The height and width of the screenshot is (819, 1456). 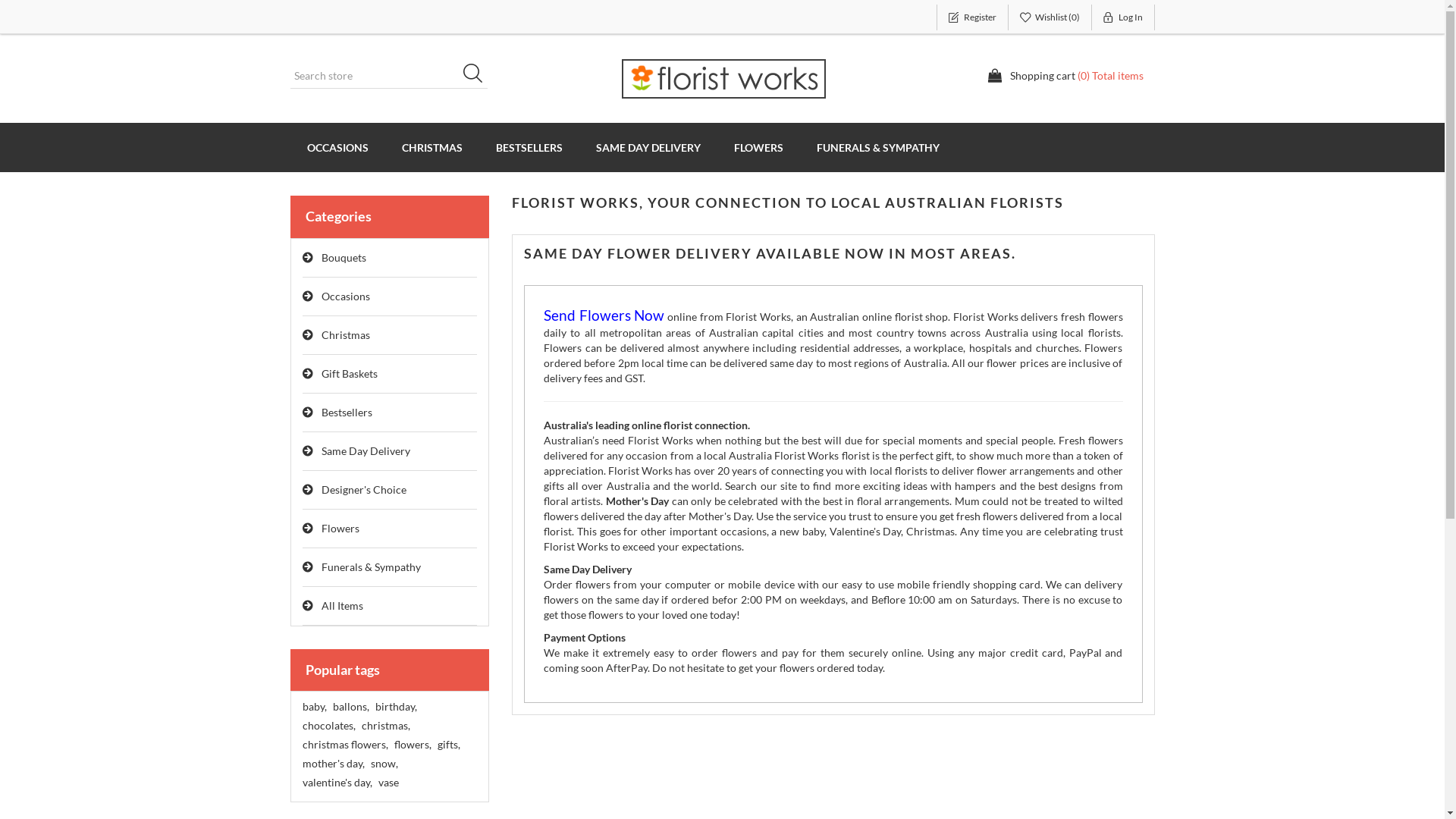 I want to click on 'Bouquets', so click(x=389, y=257).